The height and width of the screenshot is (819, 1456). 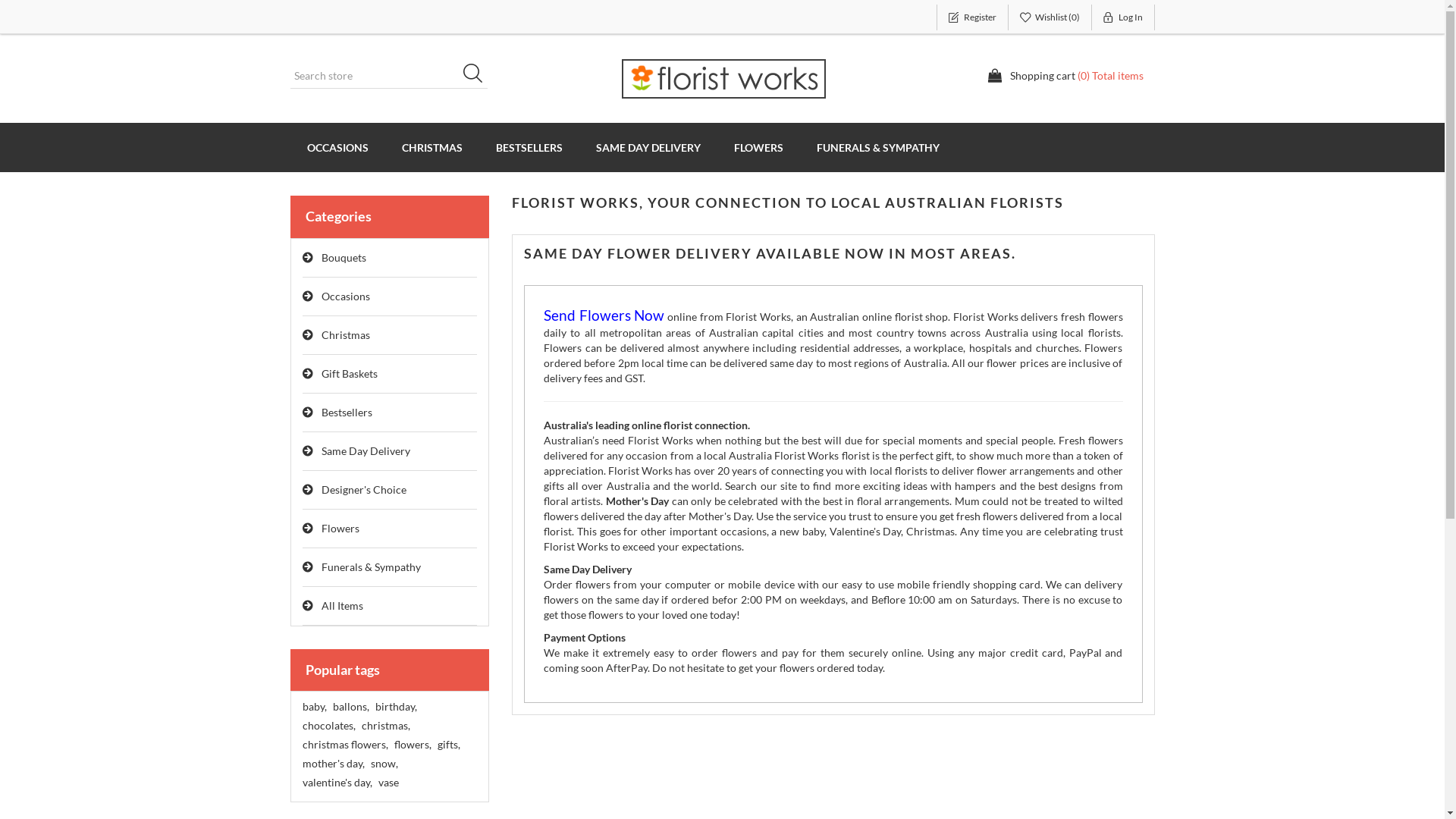 I want to click on 'Bouquets', so click(x=389, y=257).